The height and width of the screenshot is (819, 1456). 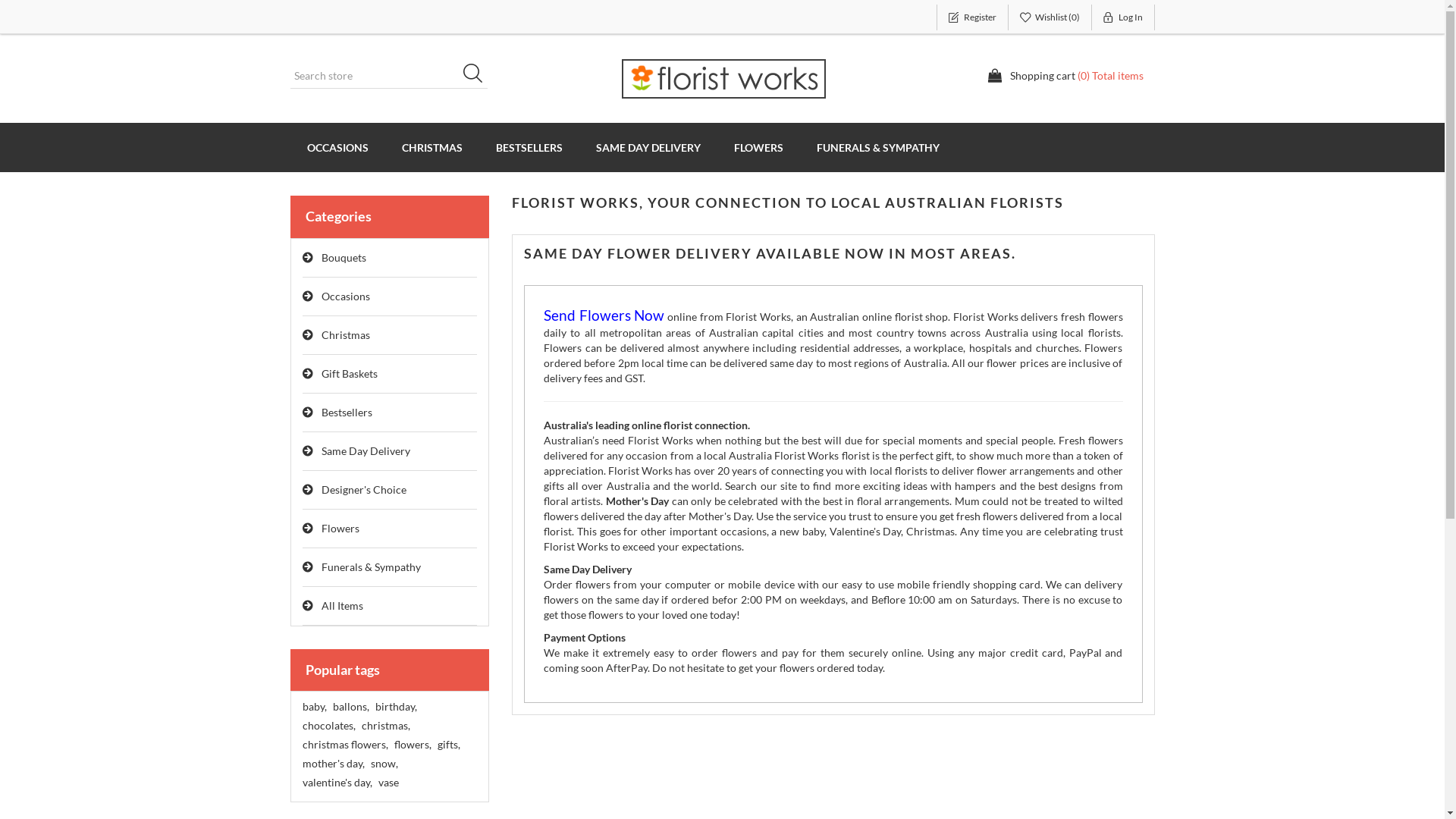 I want to click on 'Bouquets', so click(x=389, y=257).